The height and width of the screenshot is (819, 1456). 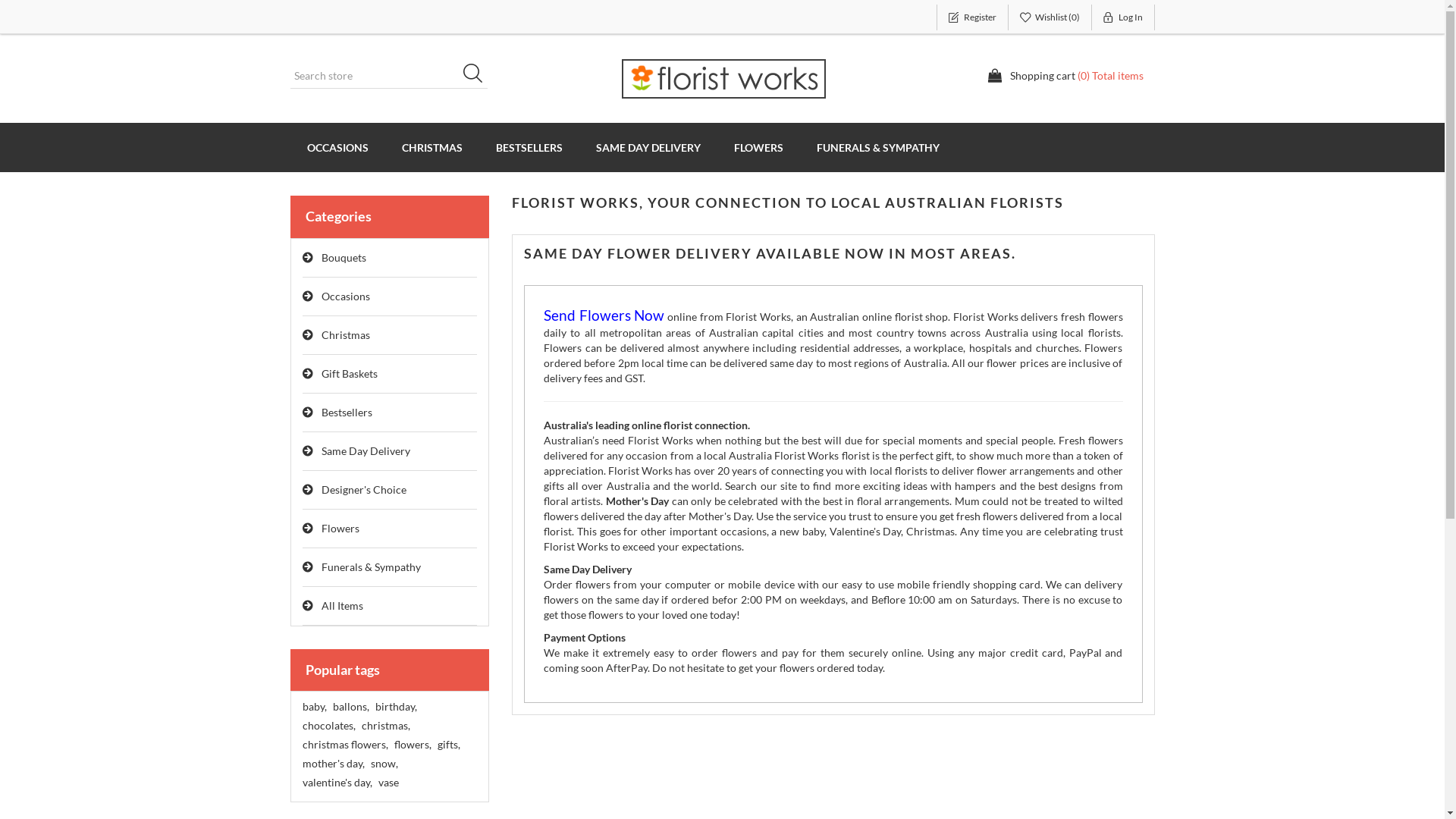 I want to click on 'Bouquets', so click(x=389, y=257).